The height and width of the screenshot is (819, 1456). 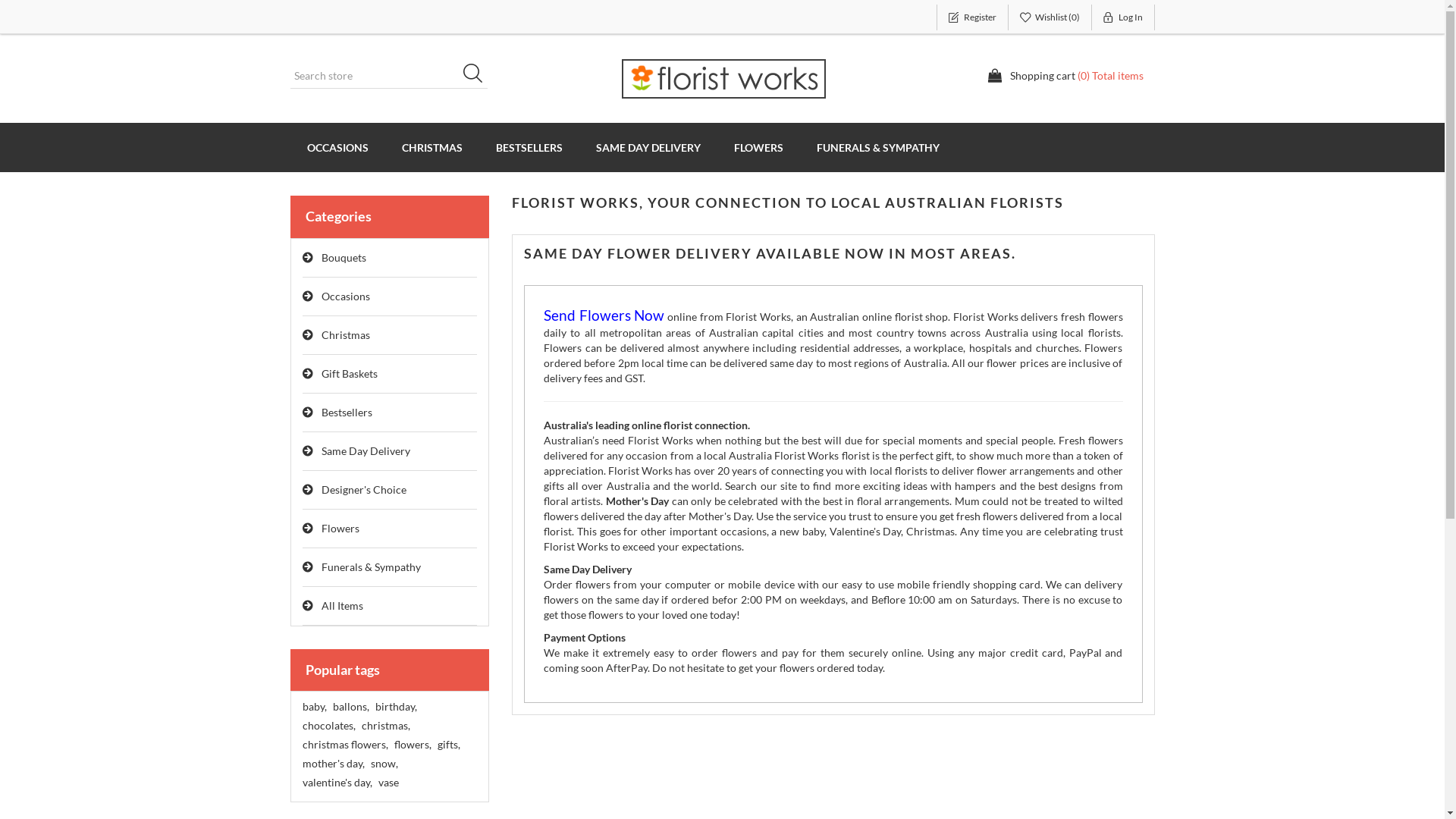 I want to click on 'Bouquets', so click(x=389, y=257).